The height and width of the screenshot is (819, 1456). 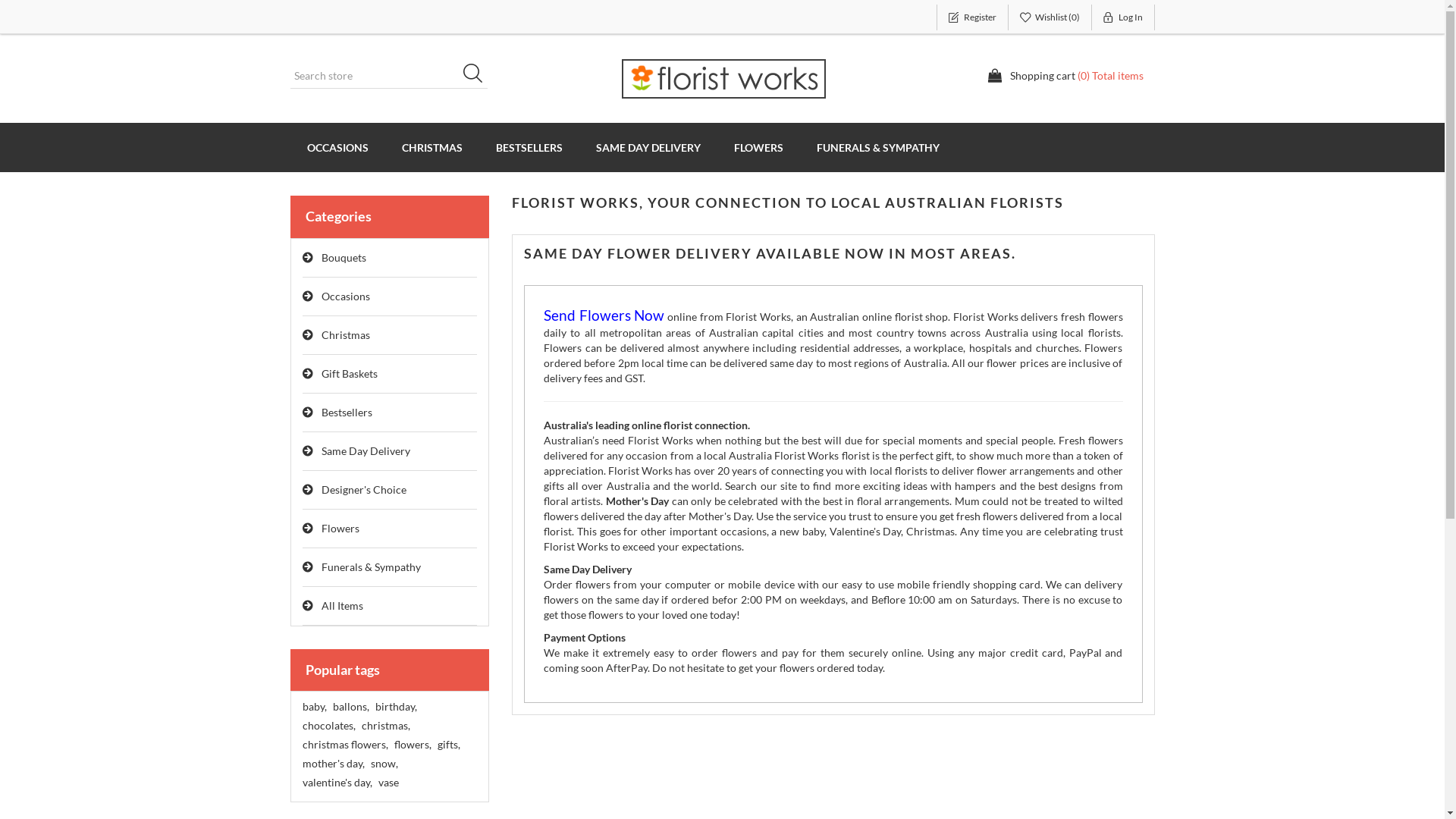 I want to click on 'Bouquets', so click(x=389, y=257).